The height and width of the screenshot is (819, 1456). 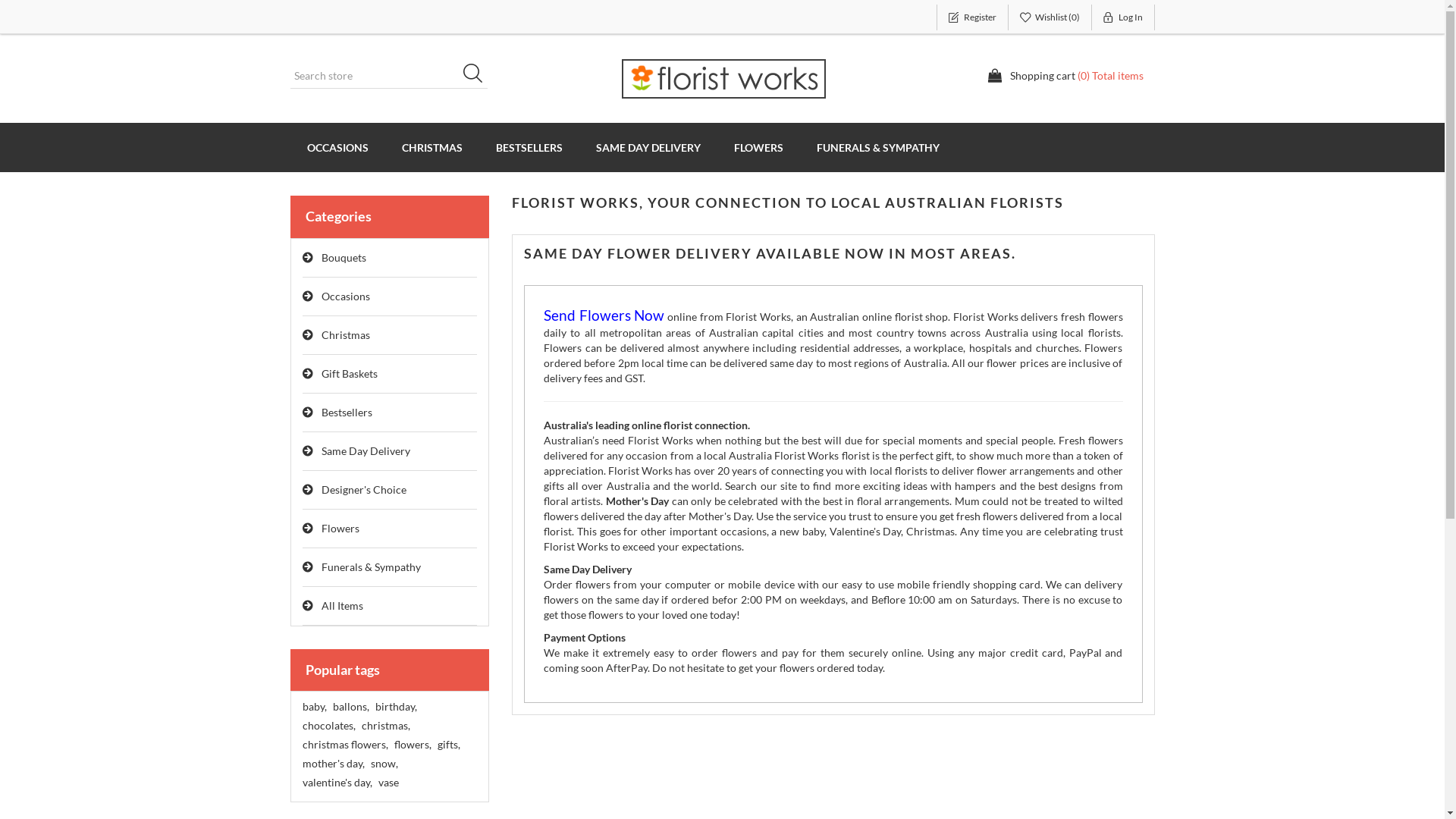 I want to click on 'Bouquets', so click(x=389, y=257).